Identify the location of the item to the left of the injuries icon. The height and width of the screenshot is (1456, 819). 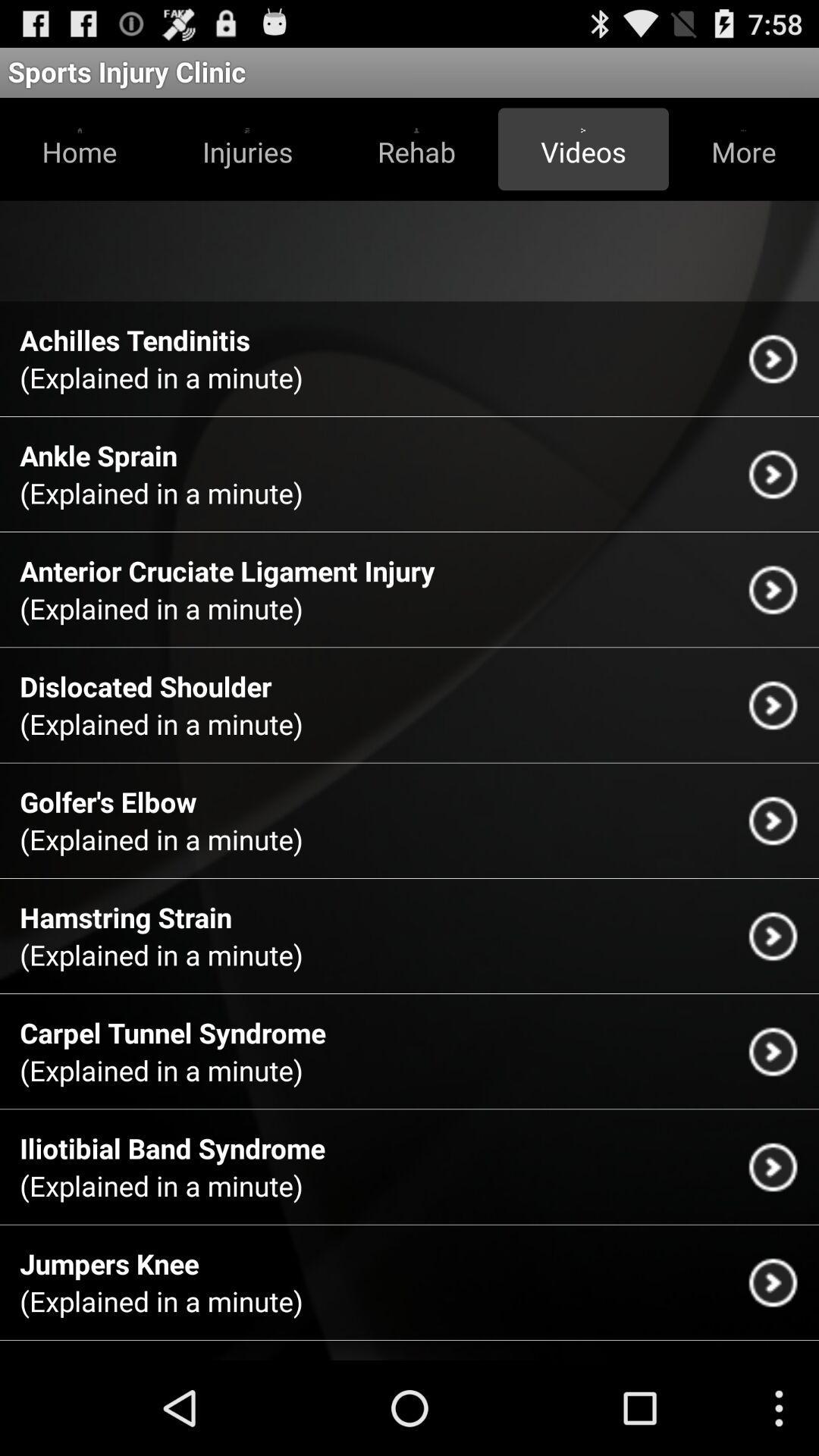
(80, 149).